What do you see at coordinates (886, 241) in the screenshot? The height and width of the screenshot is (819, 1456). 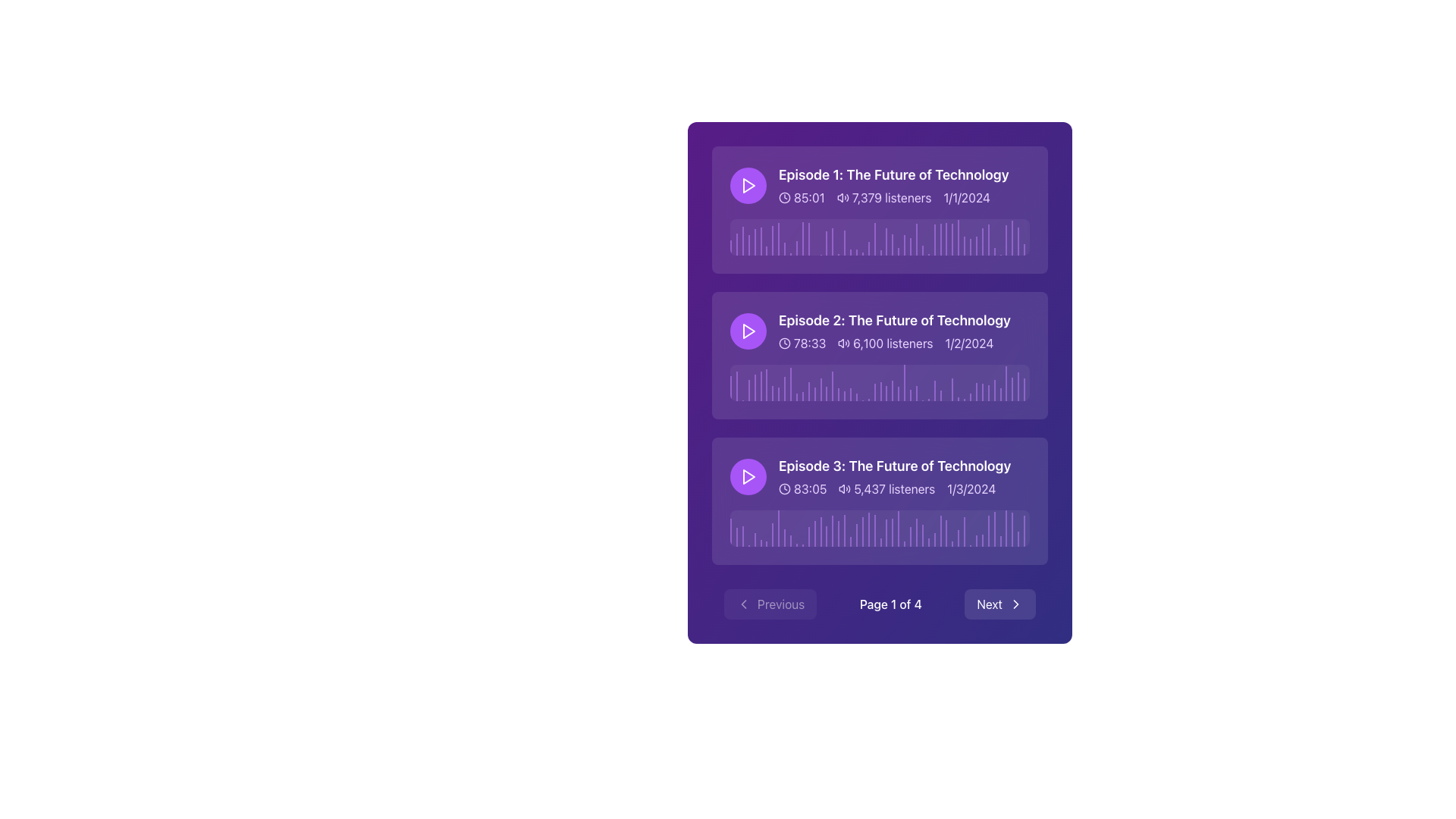 I see `the purple vertical line indicator located in the waveform display area beneath 'Episode 1: The Future of Technology'` at bounding box center [886, 241].